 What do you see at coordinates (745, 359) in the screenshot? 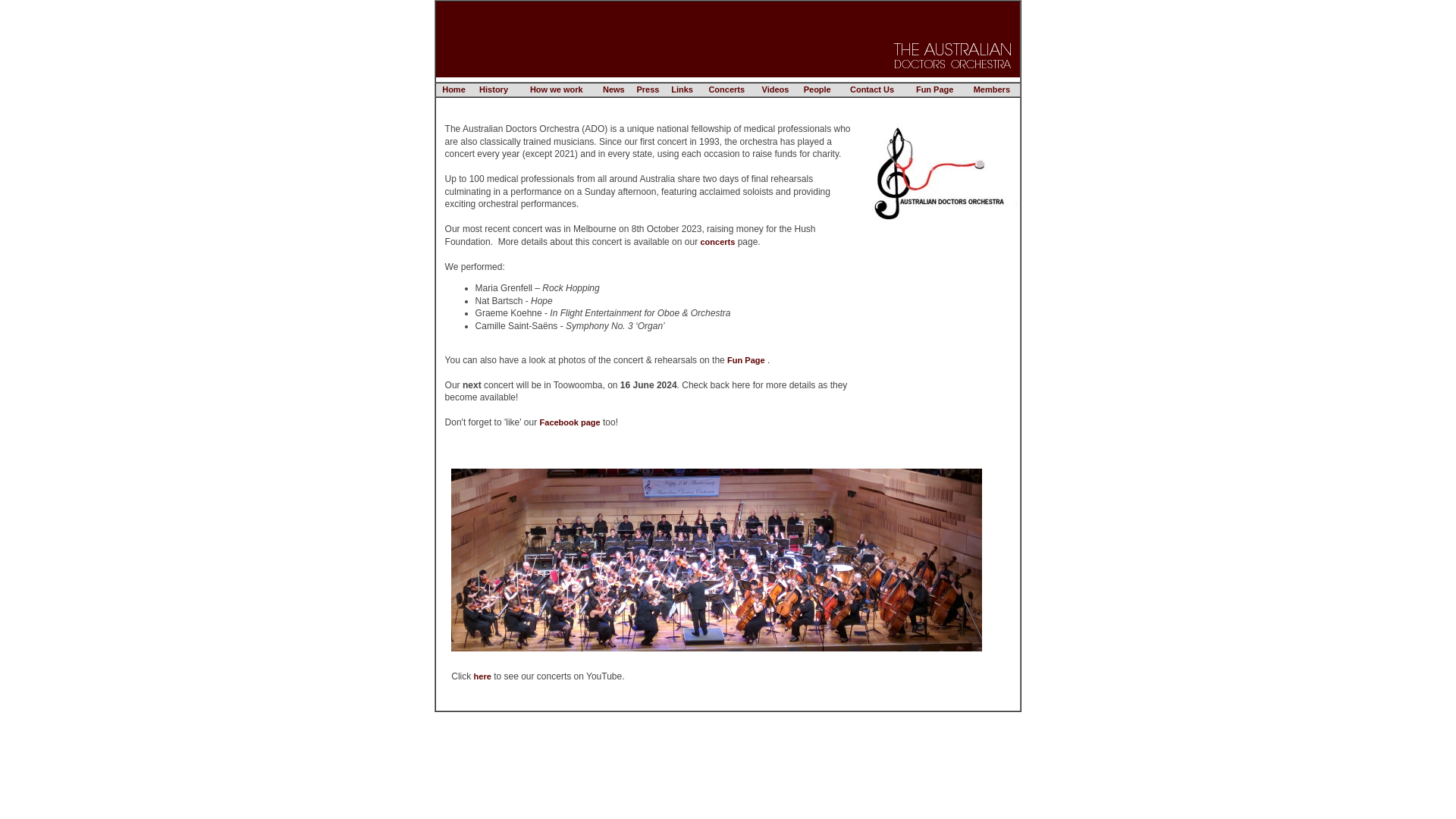
I see `'Fun Page'` at bounding box center [745, 359].